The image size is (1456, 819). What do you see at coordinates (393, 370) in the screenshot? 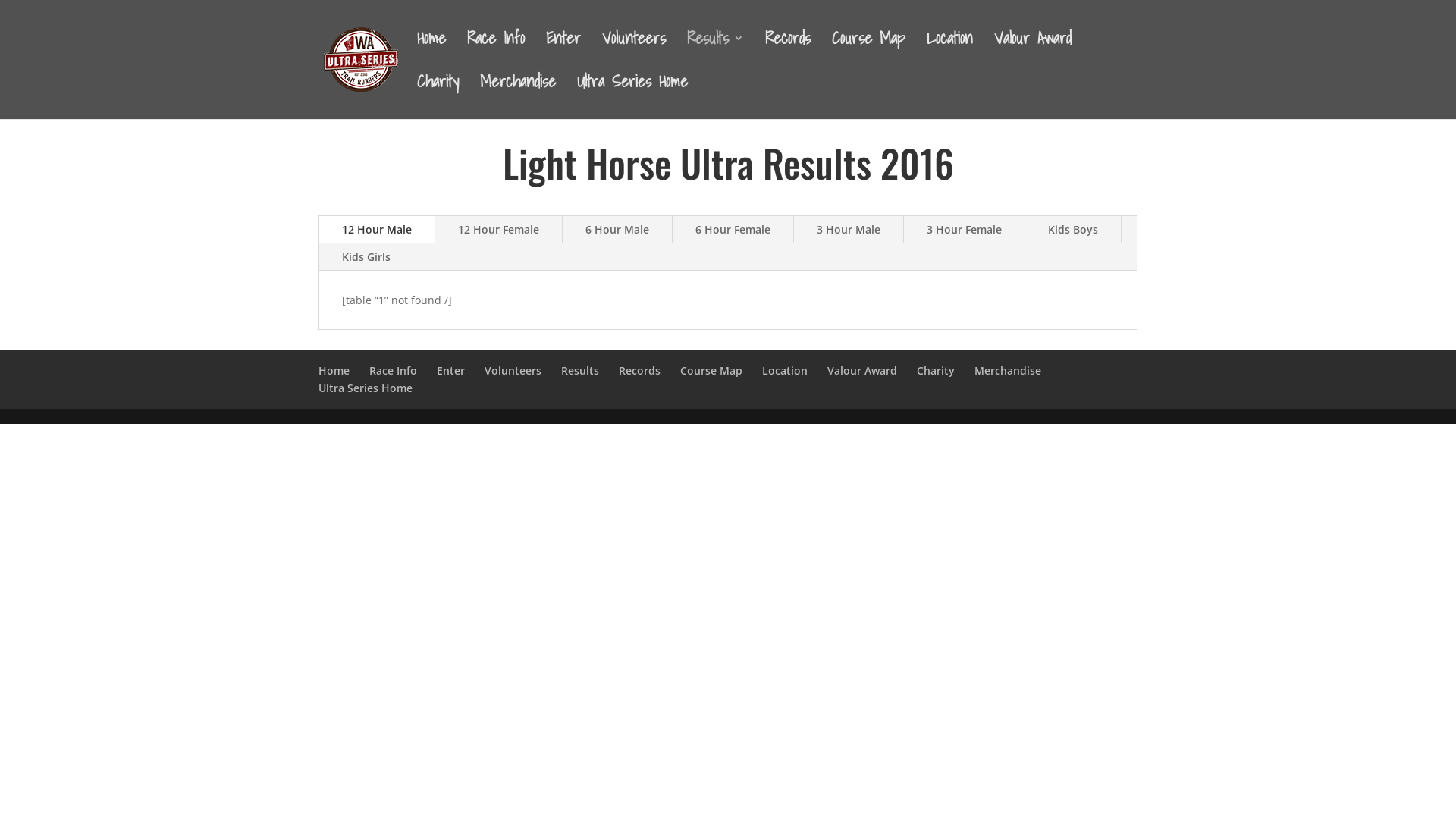
I see `'Race Info'` at bounding box center [393, 370].